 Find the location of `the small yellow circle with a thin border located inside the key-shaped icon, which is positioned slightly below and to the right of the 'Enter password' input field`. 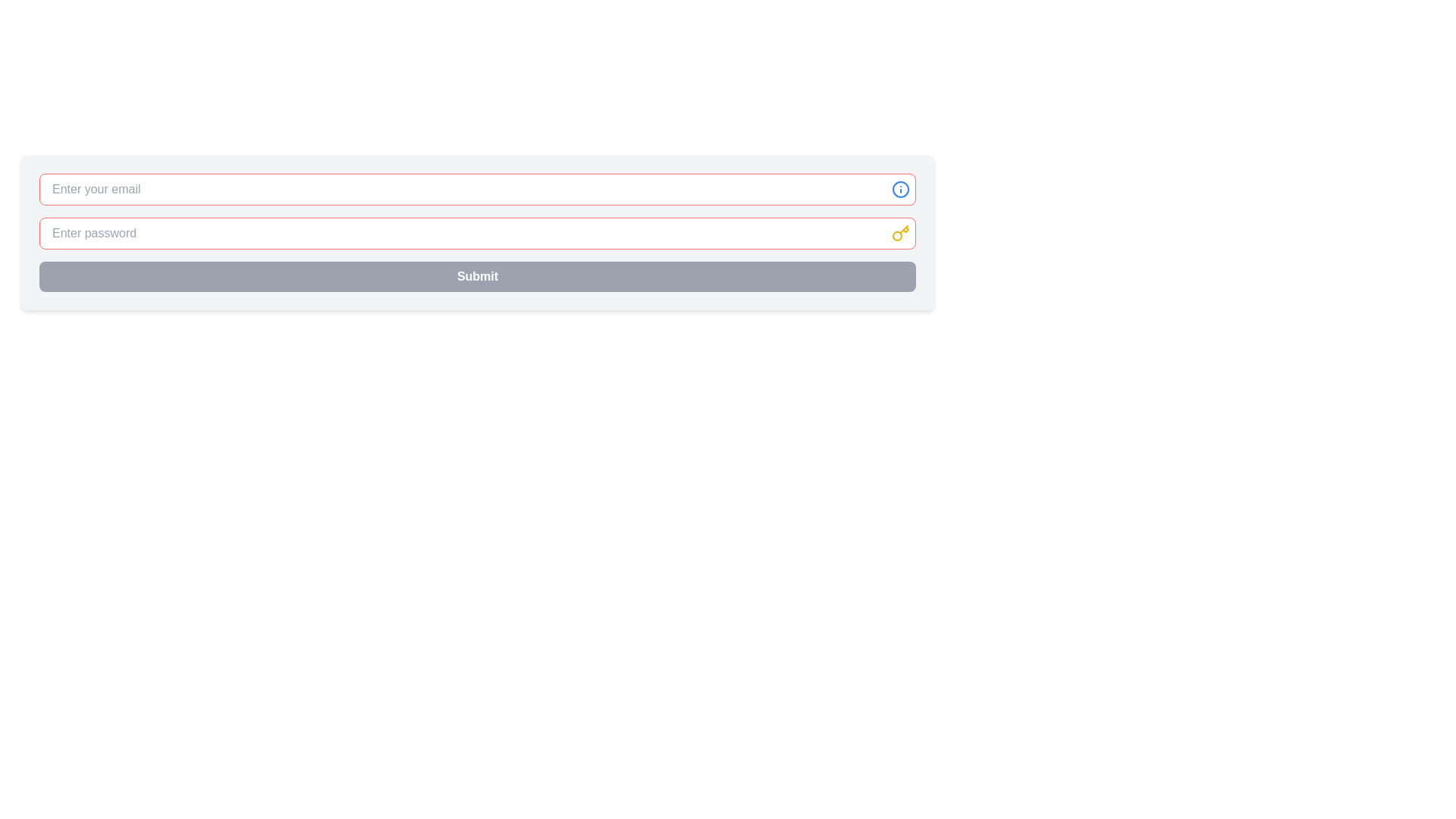

the small yellow circle with a thin border located inside the key-shaped icon, which is positioned slightly below and to the right of the 'Enter password' input field is located at coordinates (897, 236).